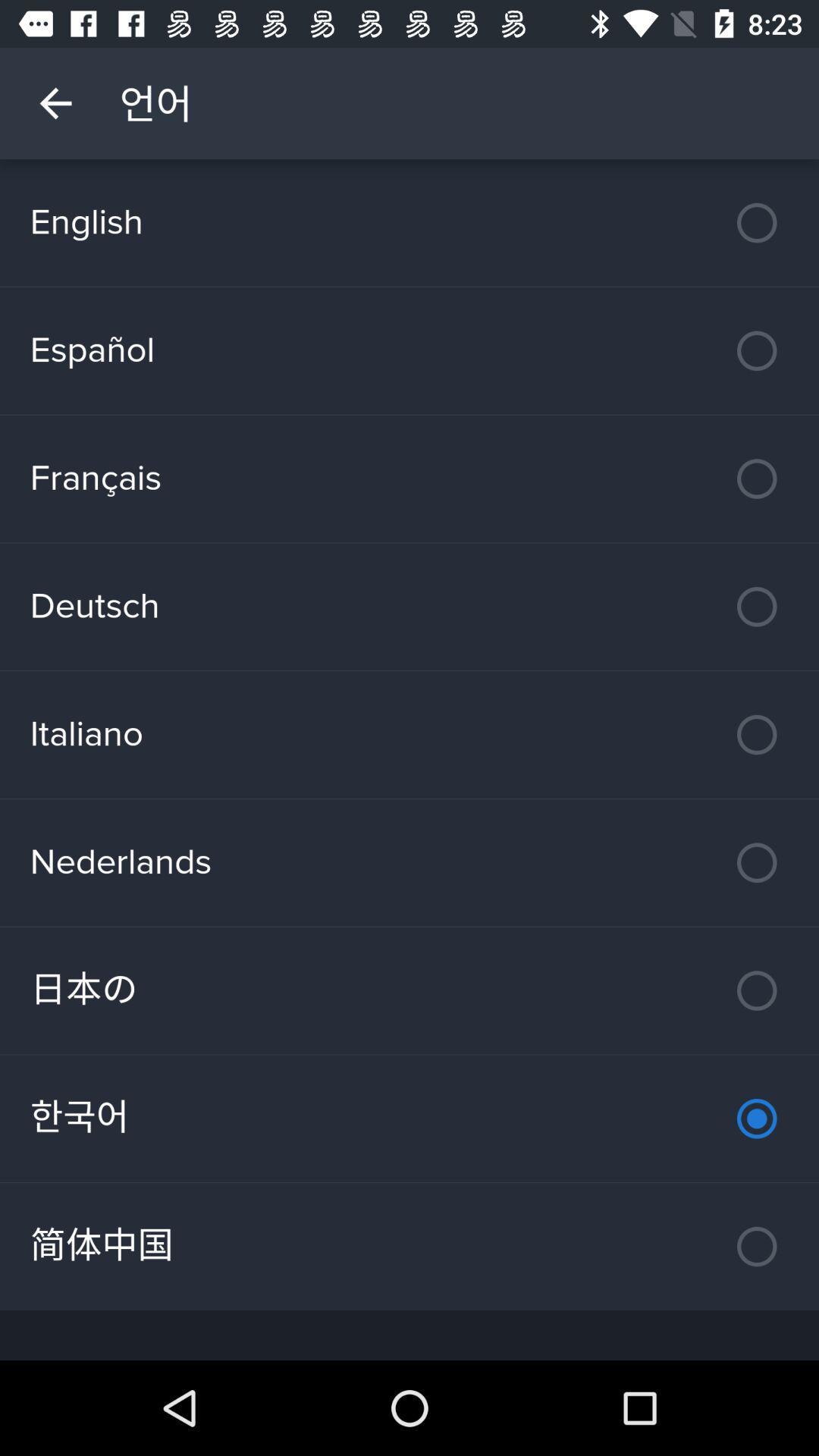 The width and height of the screenshot is (819, 1456). I want to click on item above english icon, so click(55, 102).